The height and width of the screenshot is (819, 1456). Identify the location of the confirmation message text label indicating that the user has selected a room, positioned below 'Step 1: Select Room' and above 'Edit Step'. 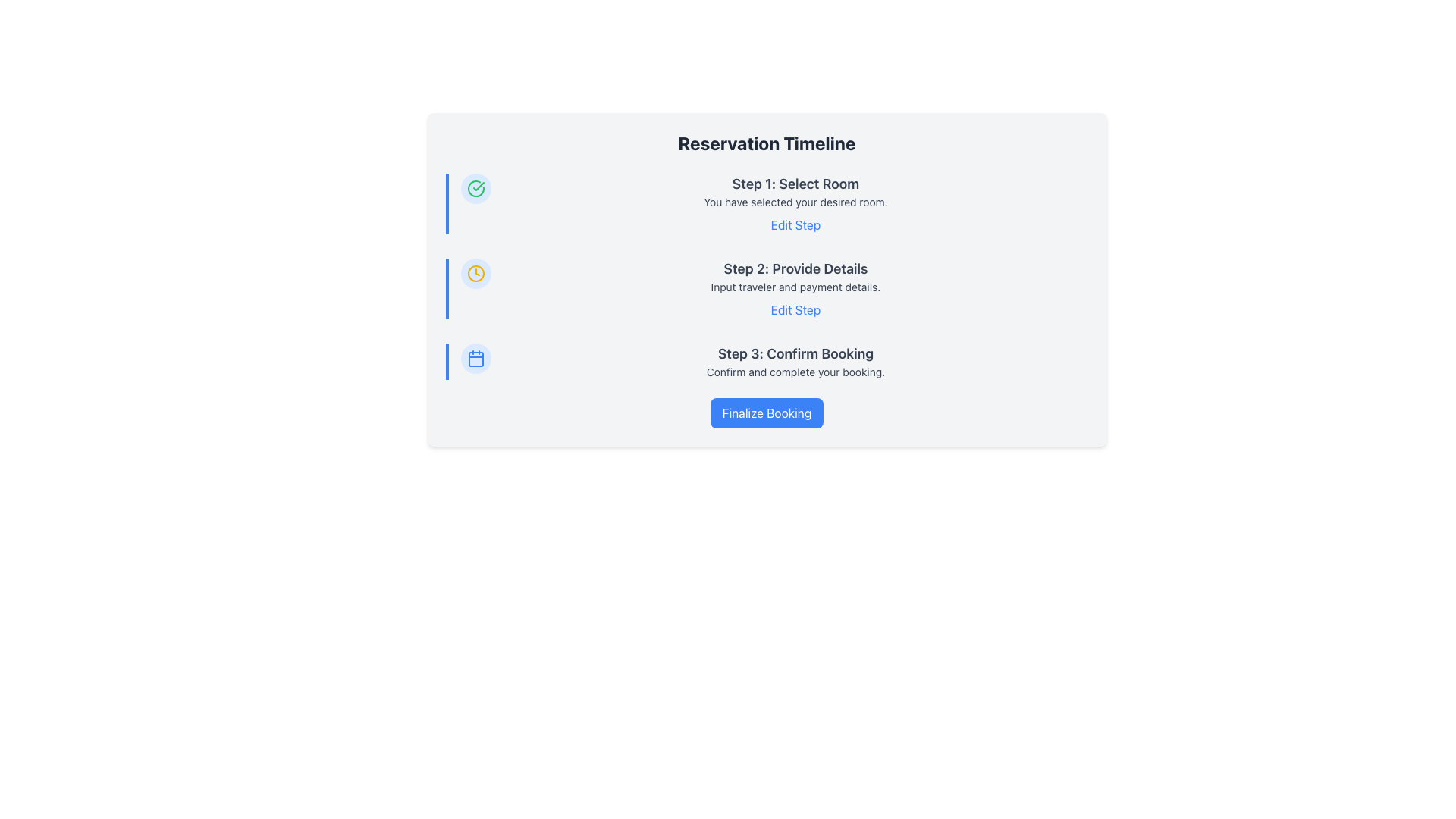
(795, 201).